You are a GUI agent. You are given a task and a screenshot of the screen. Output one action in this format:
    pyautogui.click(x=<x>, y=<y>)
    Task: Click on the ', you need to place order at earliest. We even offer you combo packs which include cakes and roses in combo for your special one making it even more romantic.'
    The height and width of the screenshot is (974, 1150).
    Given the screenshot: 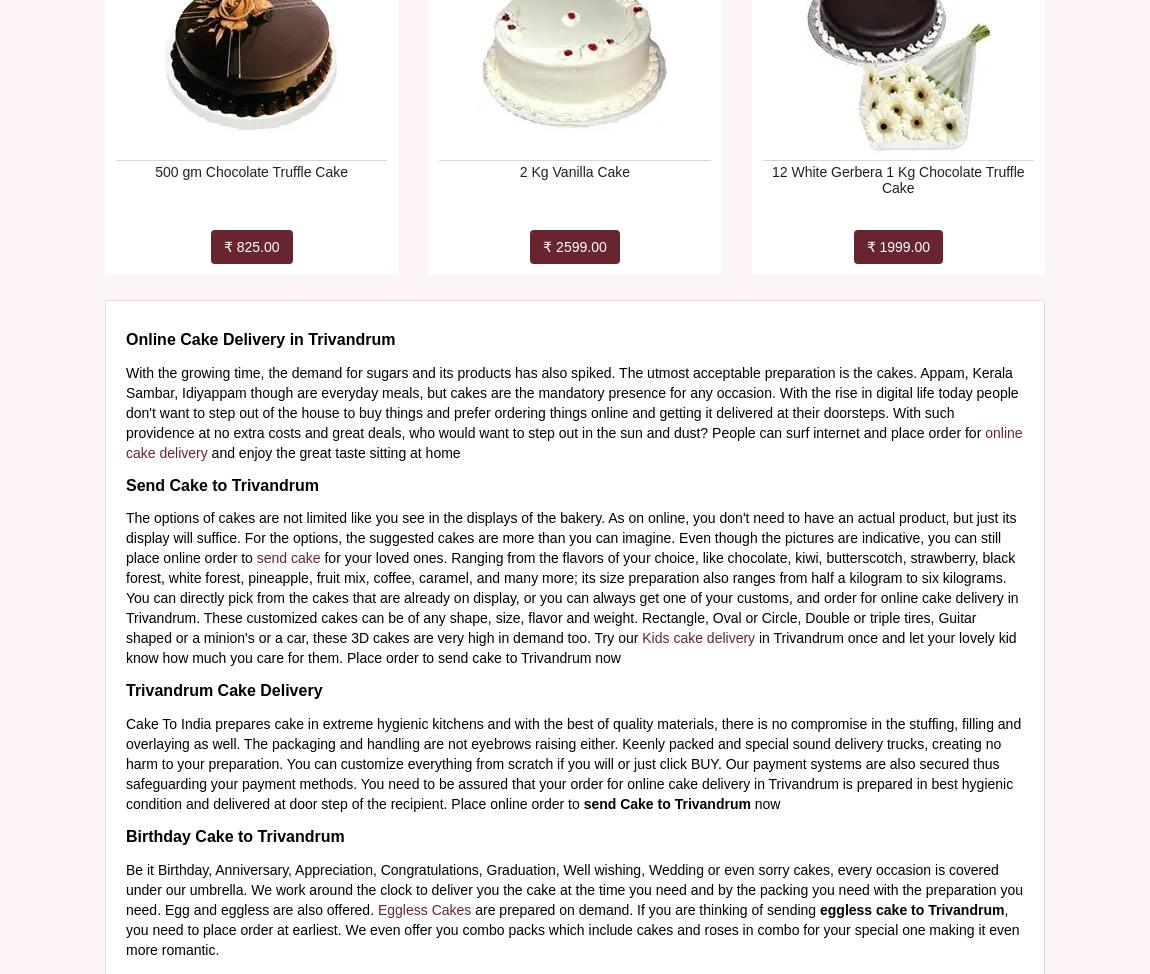 What is the action you would take?
    pyautogui.click(x=572, y=928)
    